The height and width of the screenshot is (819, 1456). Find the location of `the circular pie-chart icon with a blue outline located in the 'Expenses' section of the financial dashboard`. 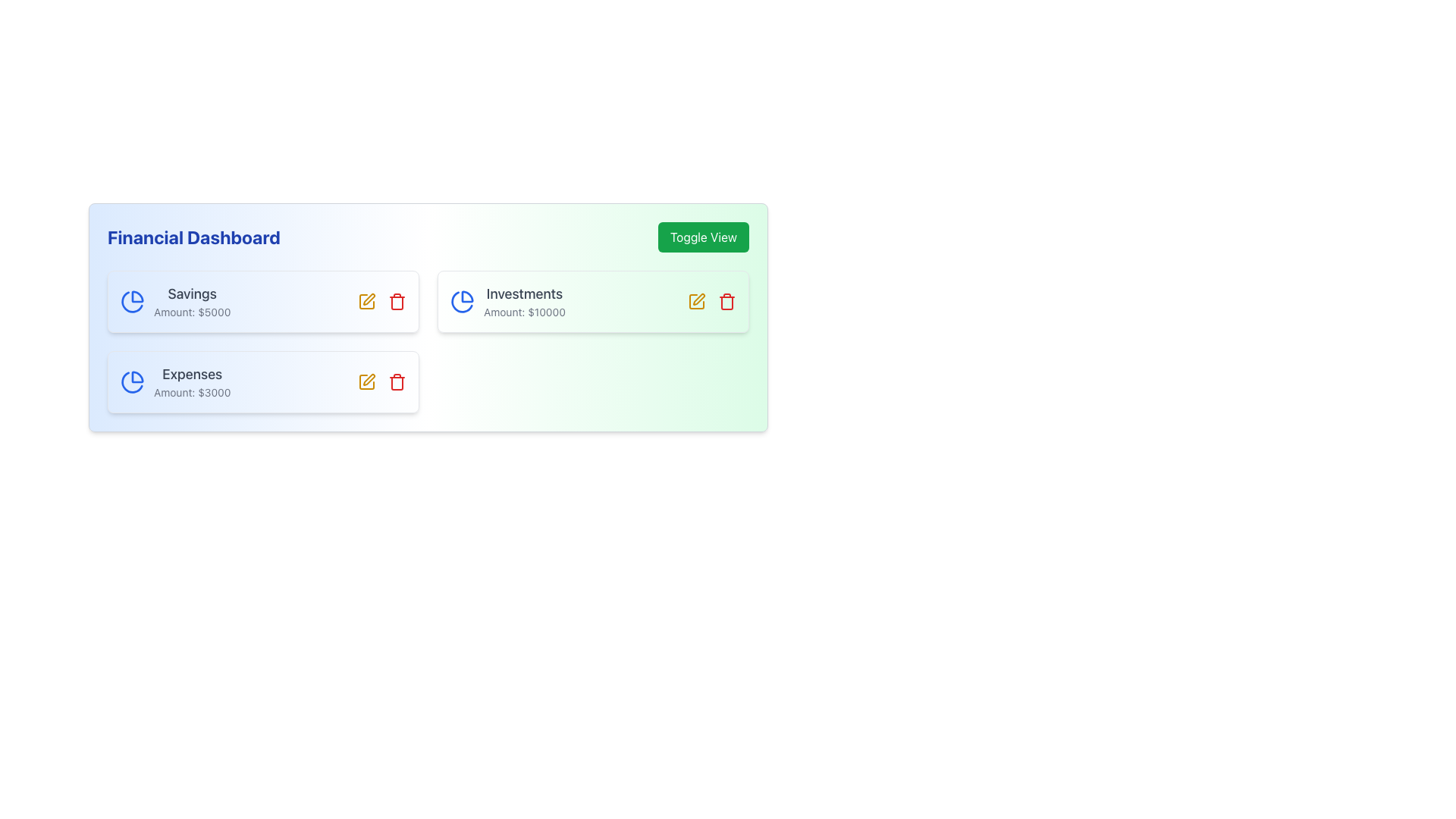

the circular pie-chart icon with a blue outline located in the 'Expenses' section of the financial dashboard is located at coordinates (132, 381).